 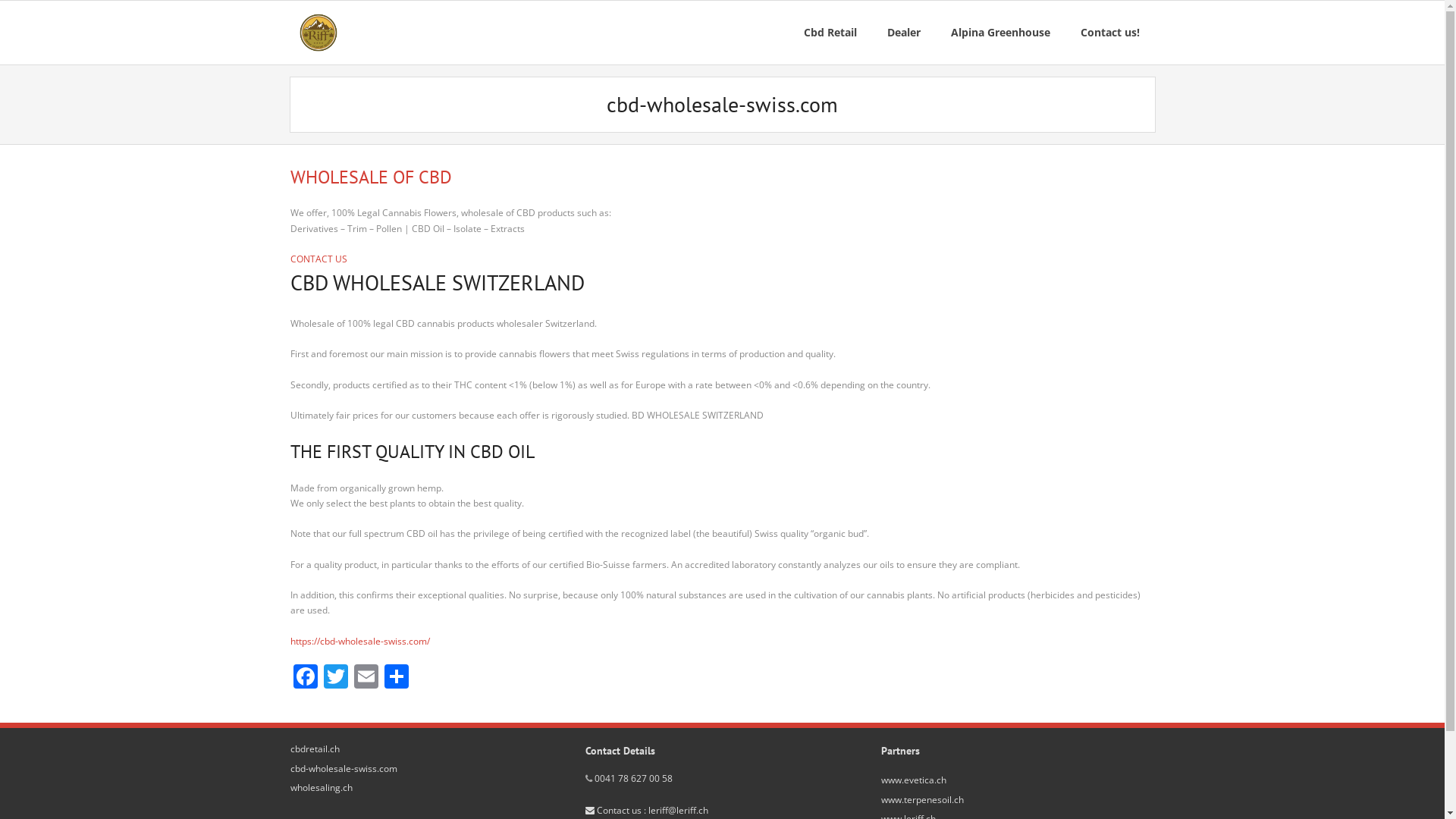 What do you see at coordinates (319, 786) in the screenshot?
I see `'wholesaling.ch'` at bounding box center [319, 786].